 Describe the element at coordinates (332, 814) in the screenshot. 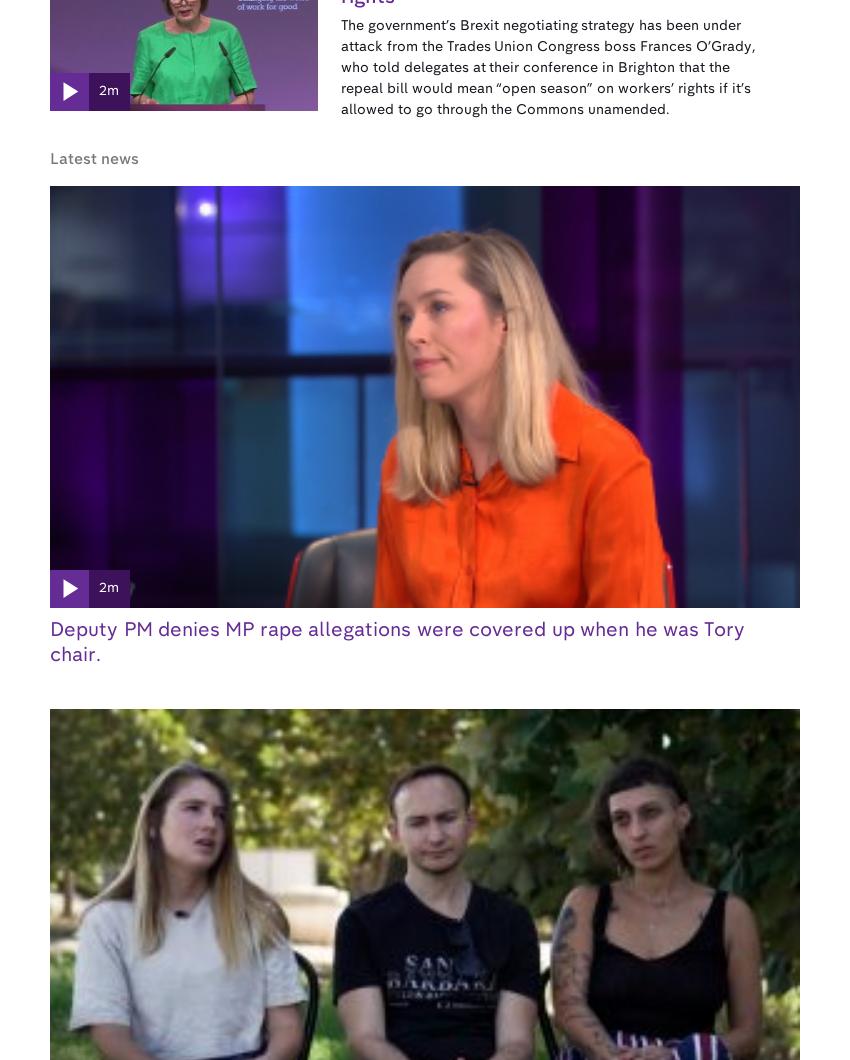

I see `'4Corporate'` at that location.